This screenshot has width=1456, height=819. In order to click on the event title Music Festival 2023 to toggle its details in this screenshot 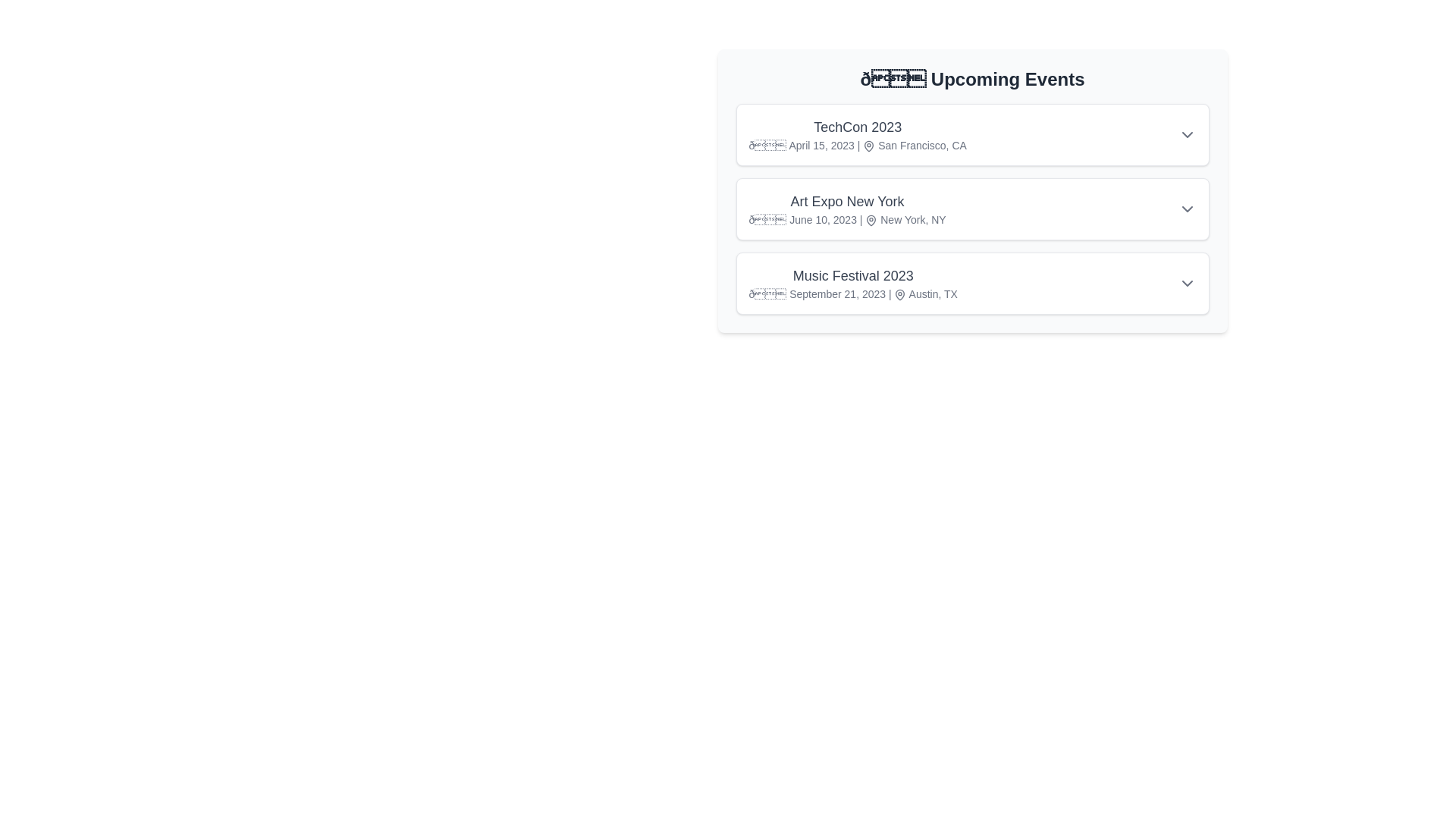, I will do `click(853, 275)`.